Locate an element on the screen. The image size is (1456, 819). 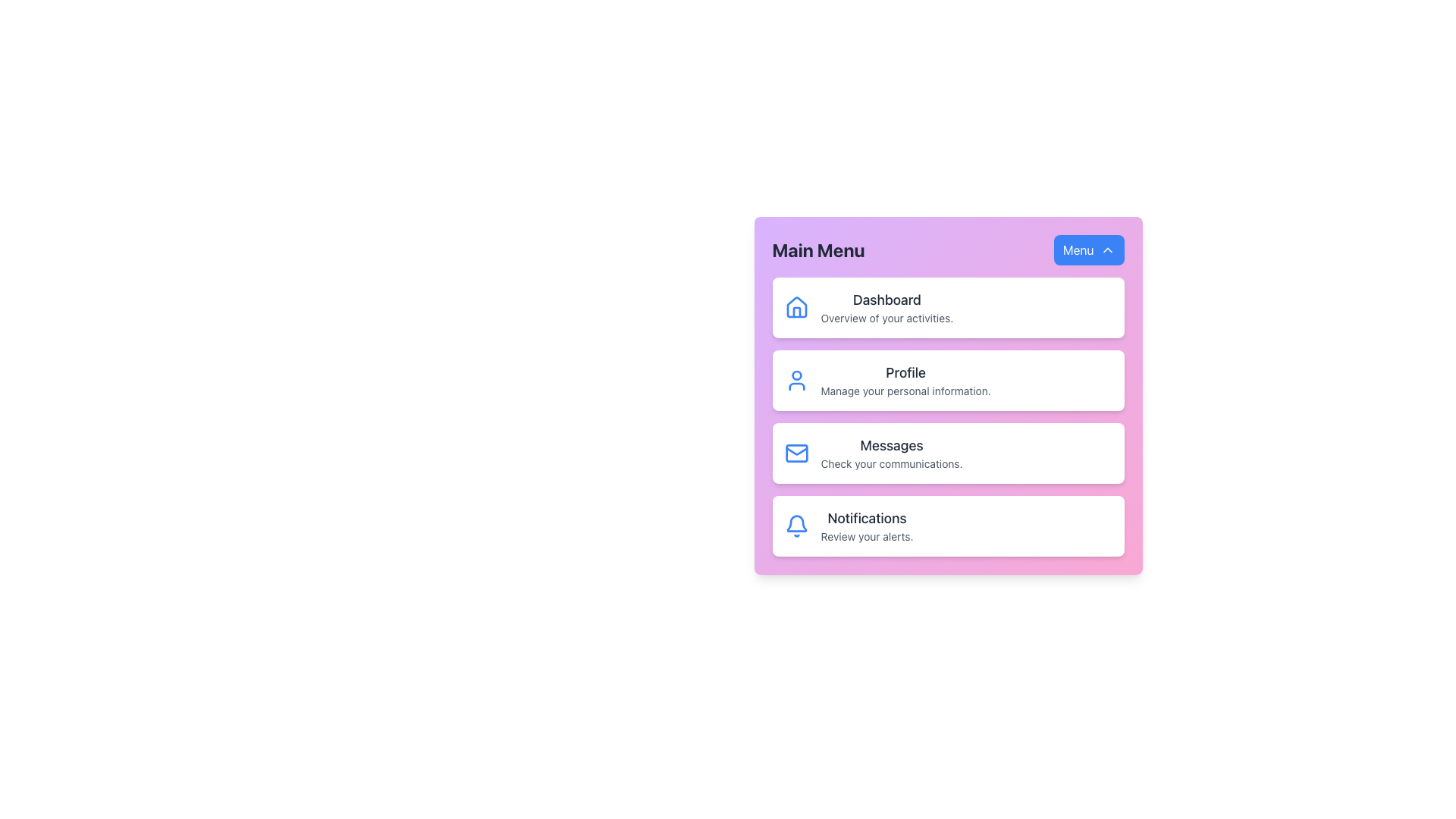
the textual informational component that informs users about the profile section of the application, which is the second item in a vertical sidebar list with a purple gradient background is located at coordinates (905, 379).